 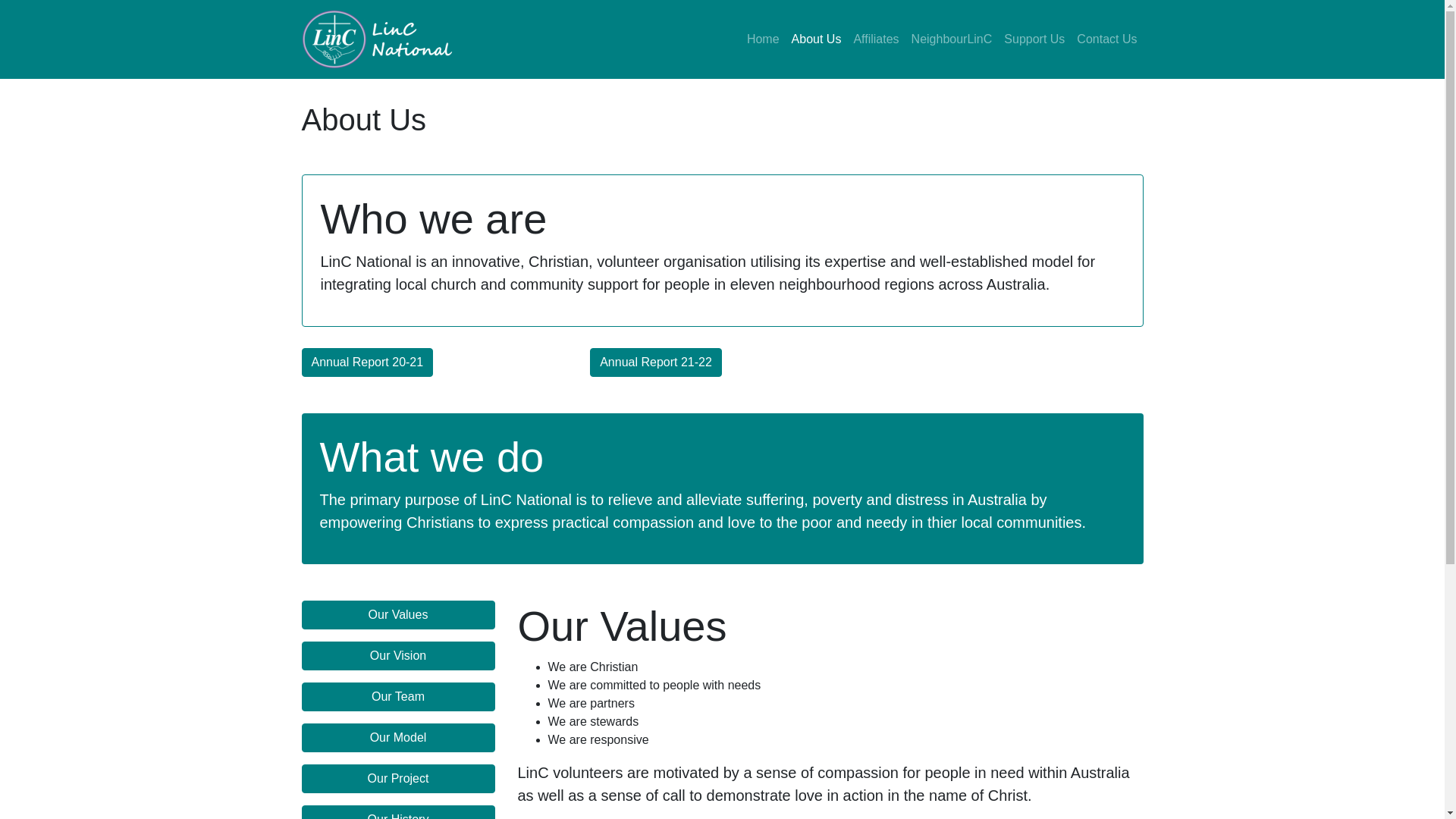 I want to click on 'Our Team', so click(x=398, y=696).